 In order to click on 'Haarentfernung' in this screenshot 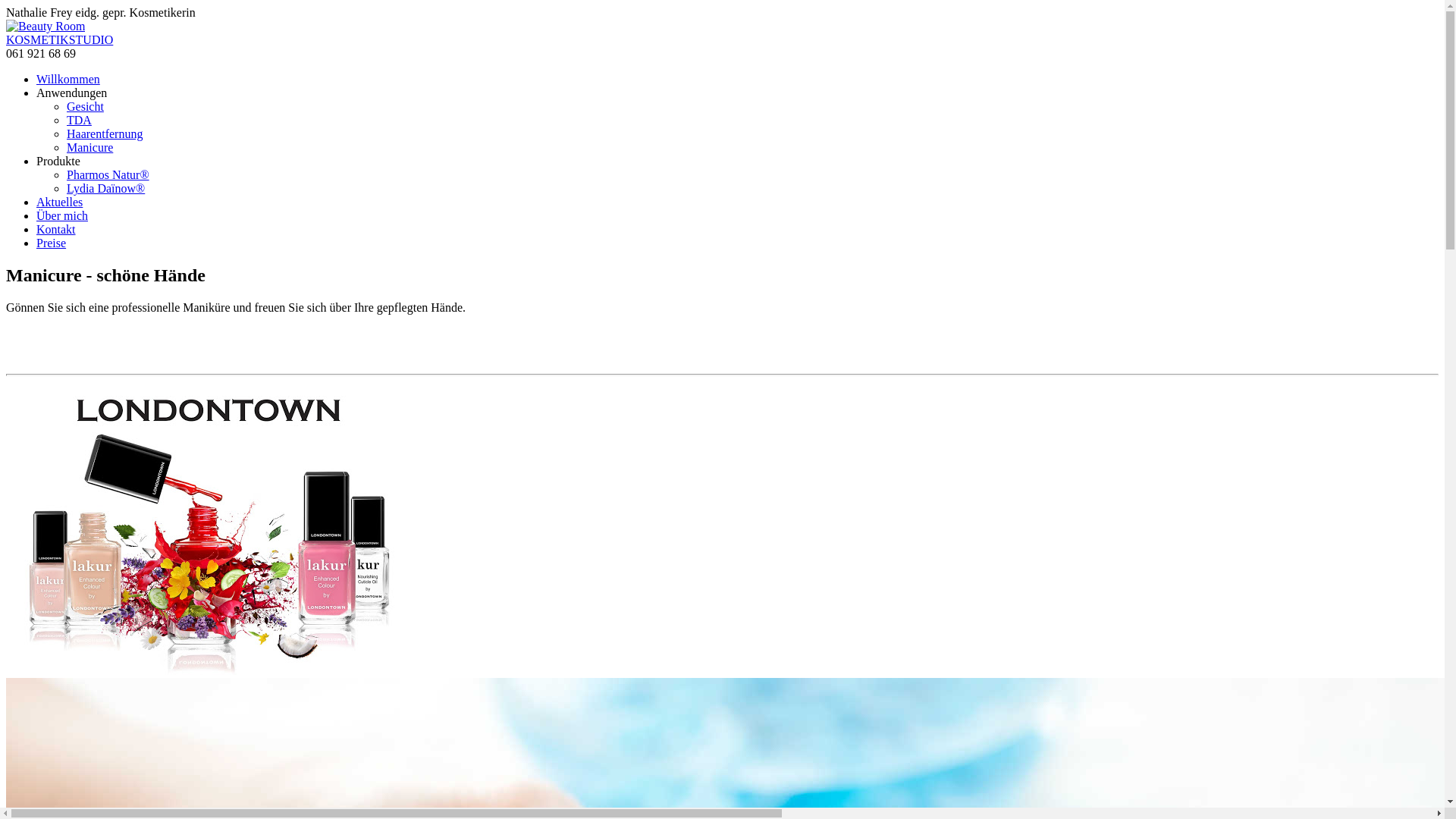, I will do `click(65, 133)`.